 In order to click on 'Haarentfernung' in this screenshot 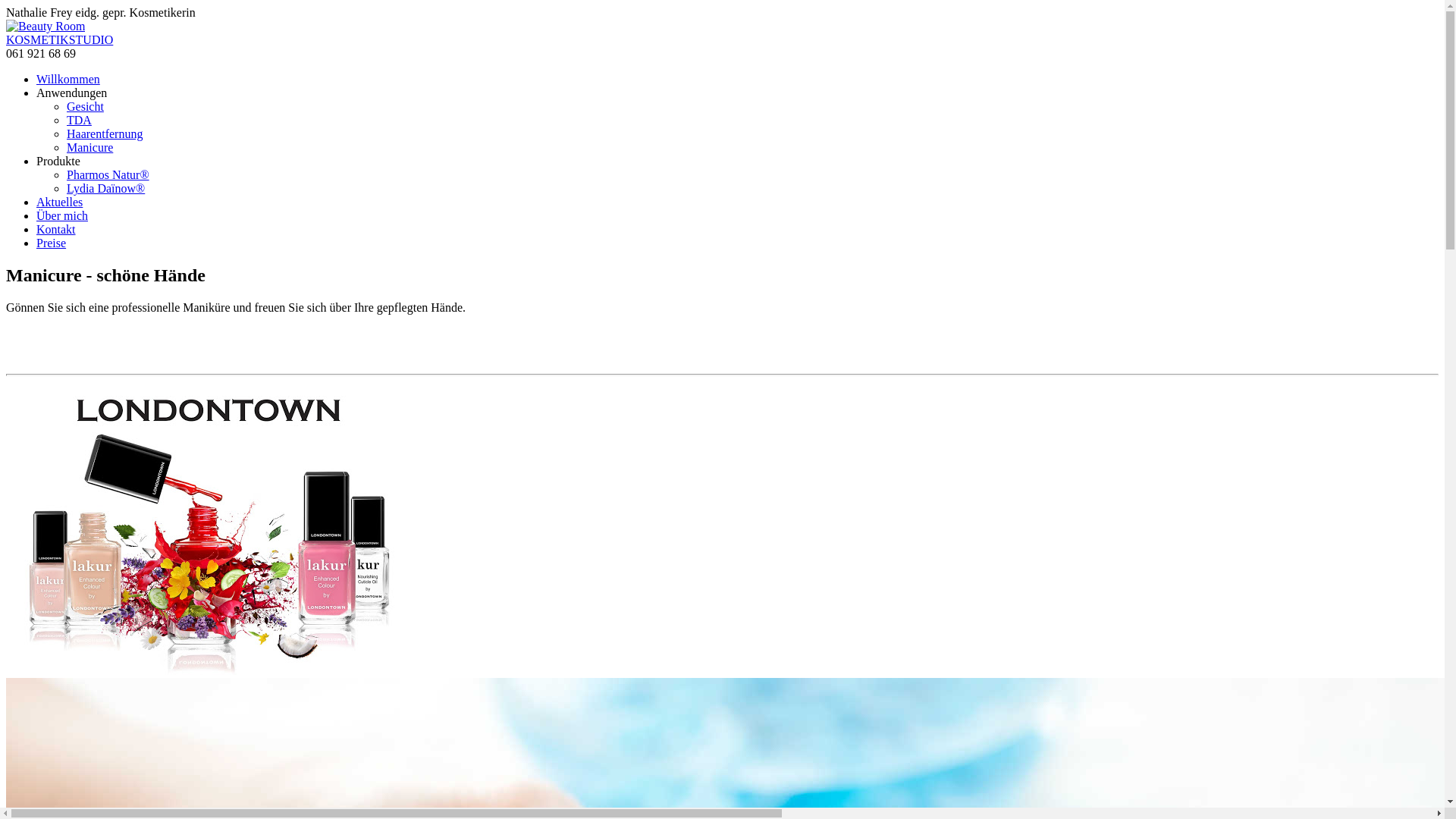, I will do `click(65, 133)`.